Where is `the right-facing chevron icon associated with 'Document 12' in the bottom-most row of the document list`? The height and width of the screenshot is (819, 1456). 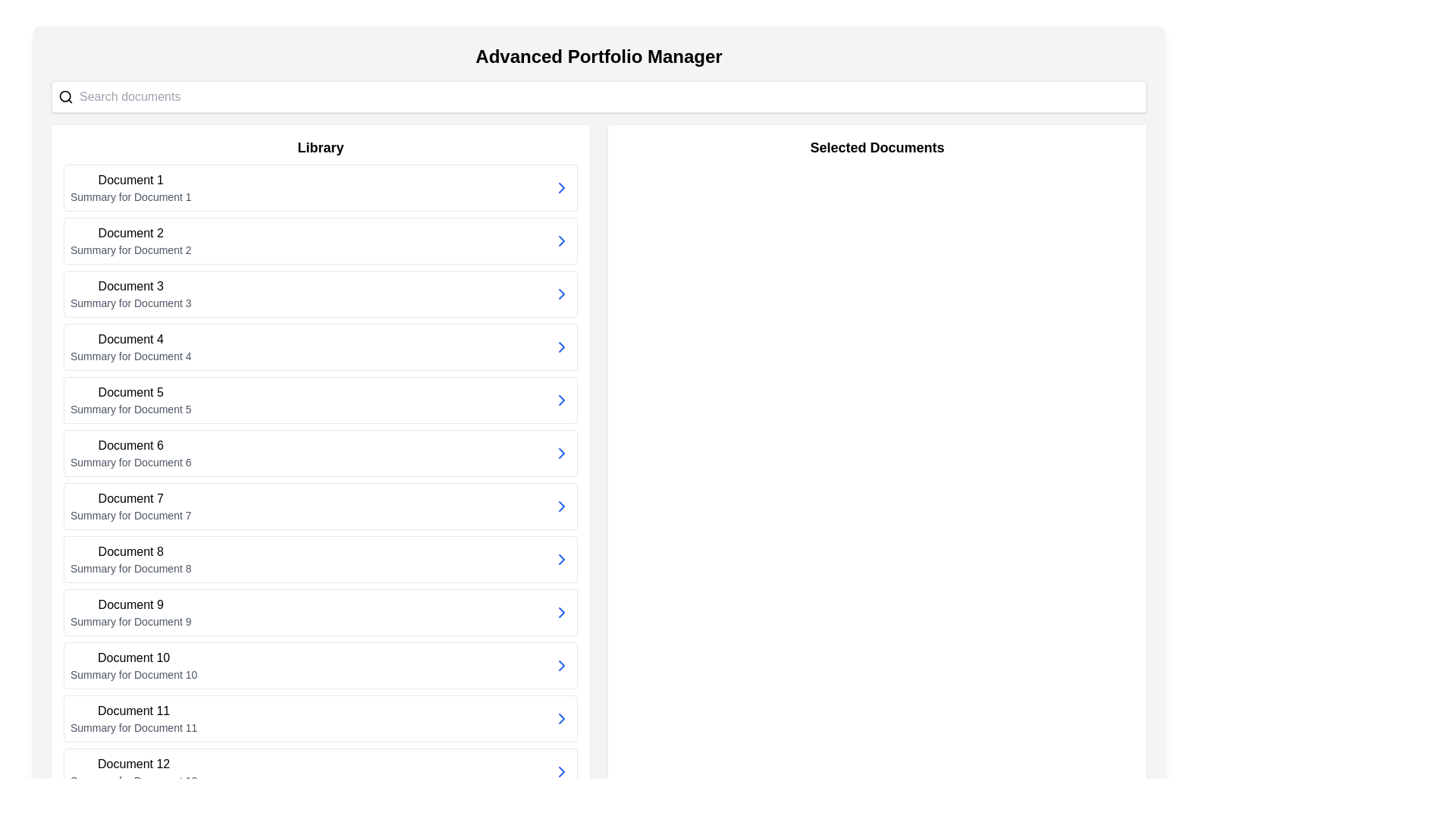
the right-facing chevron icon associated with 'Document 12' in the bottom-most row of the document list is located at coordinates (560, 772).